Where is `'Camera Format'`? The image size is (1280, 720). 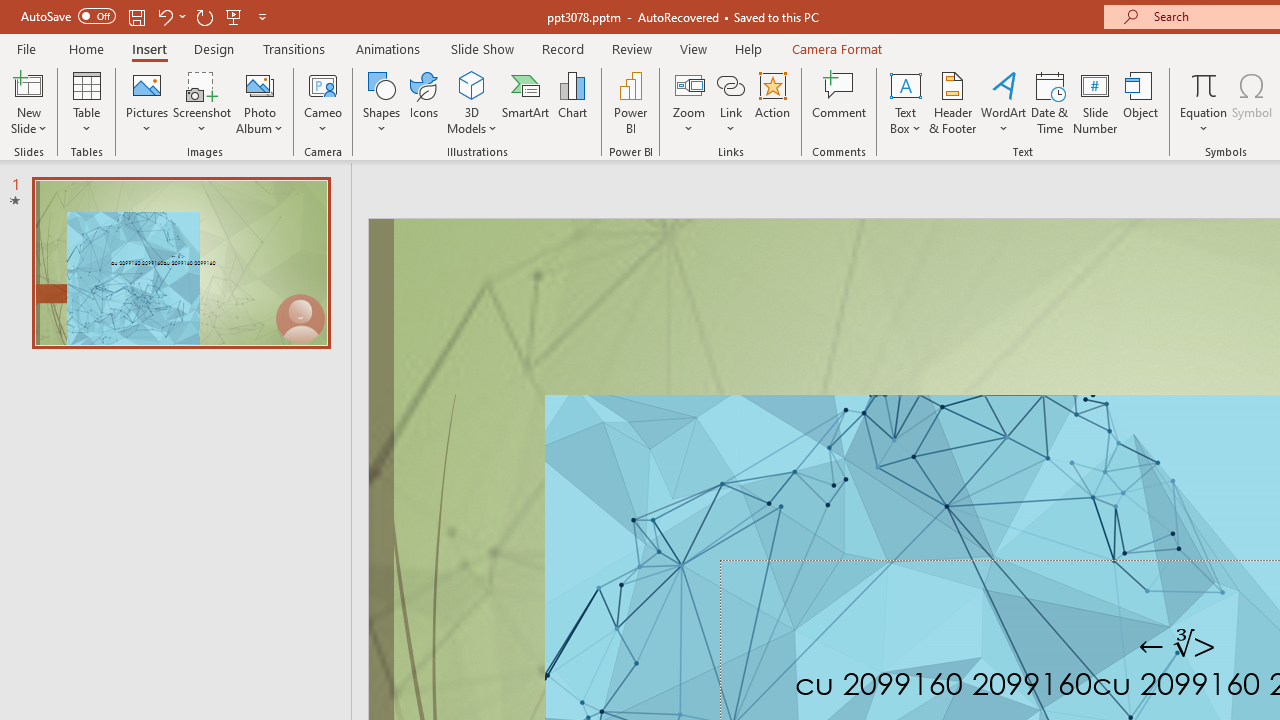 'Camera Format' is located at coordinates (837, 48).